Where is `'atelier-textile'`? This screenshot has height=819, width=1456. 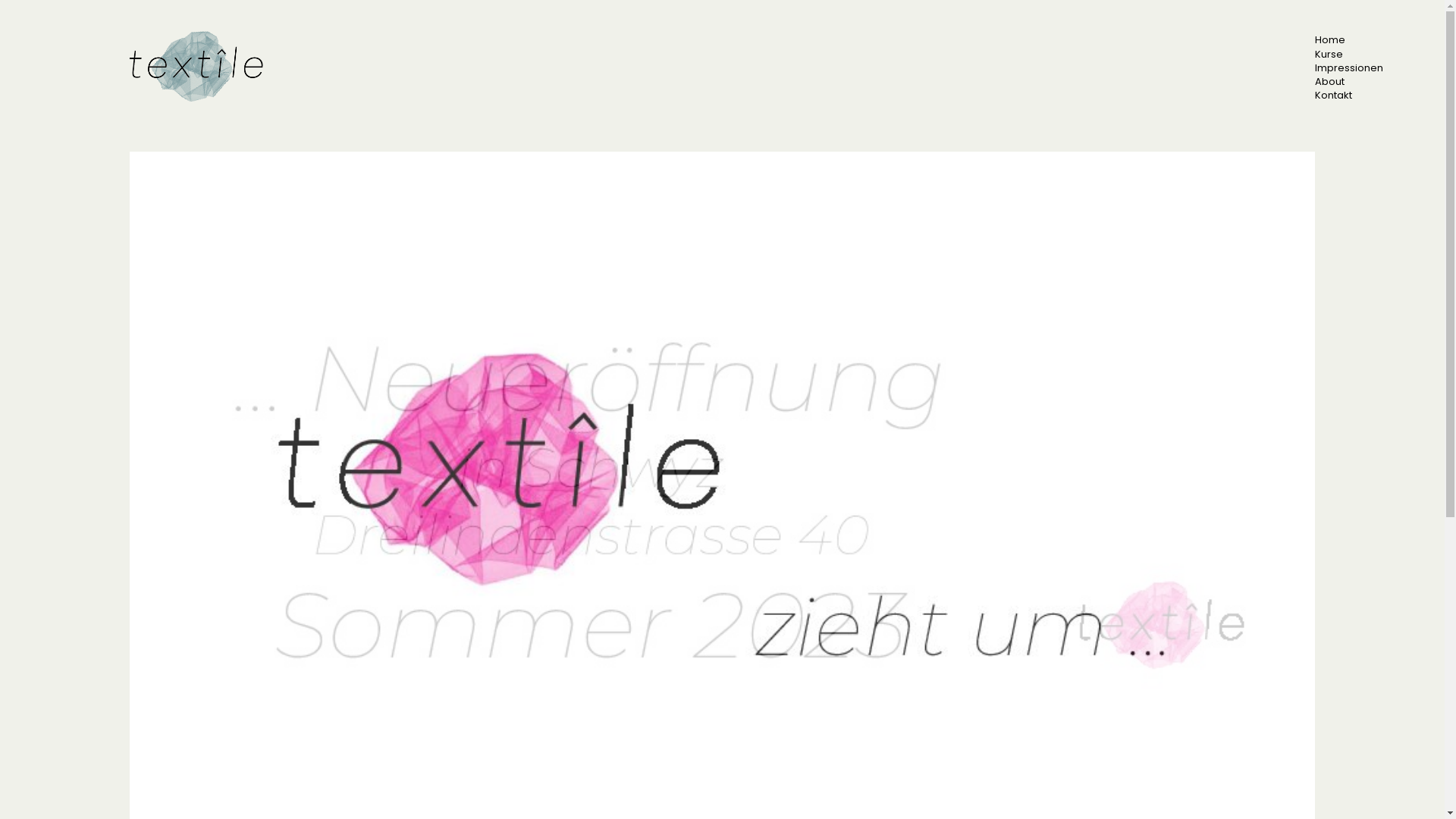
'atelier-textile' is located at coordinates (199, 66).